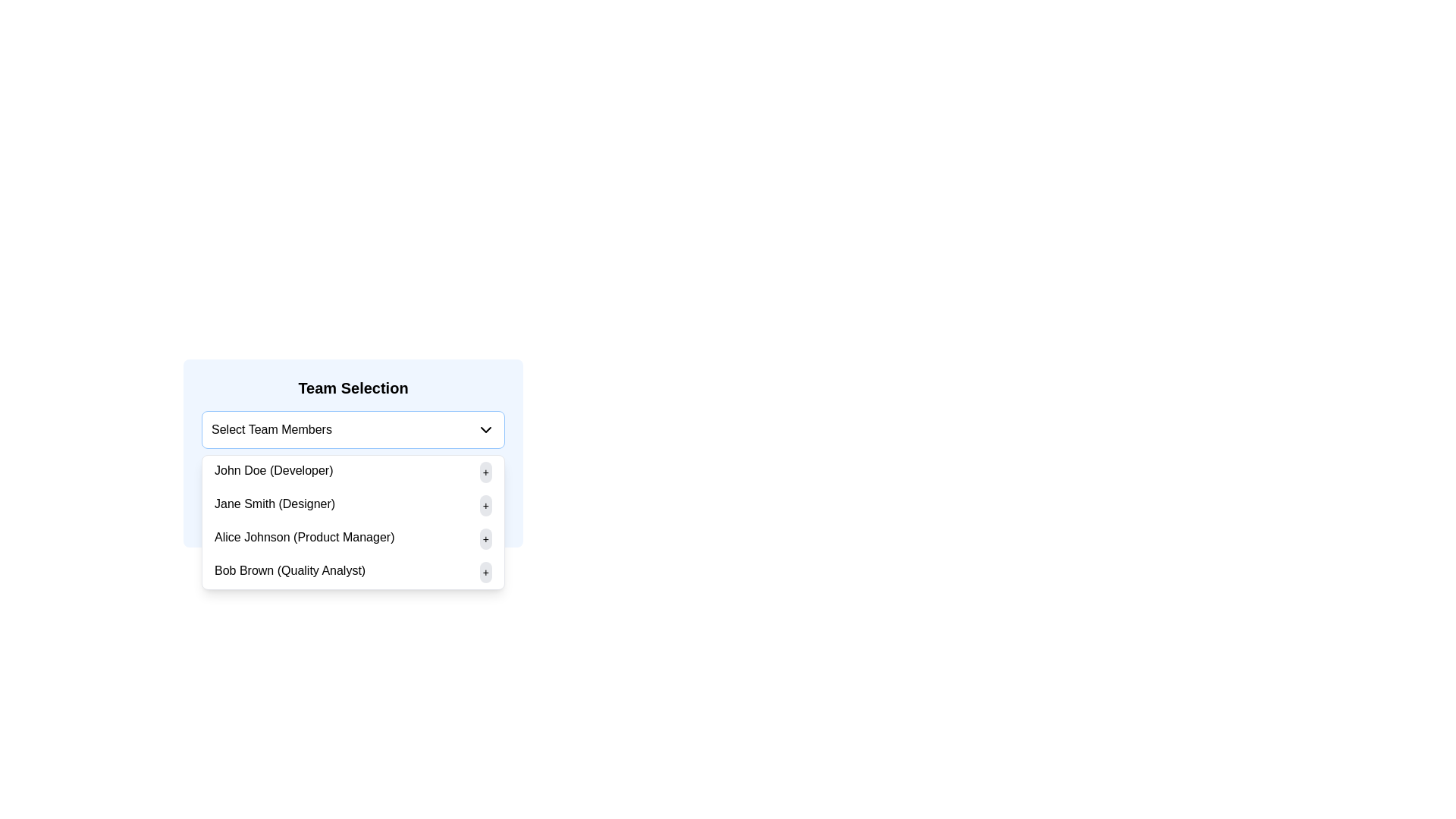  What do you see at coordinates (290, 573) in the screenshot?
I see `the text label identifying 'Bob Brown', the Quality Analyst, in the Team Selection dialog, which is the fourth option in the menu` at bounding box center [290, 573].